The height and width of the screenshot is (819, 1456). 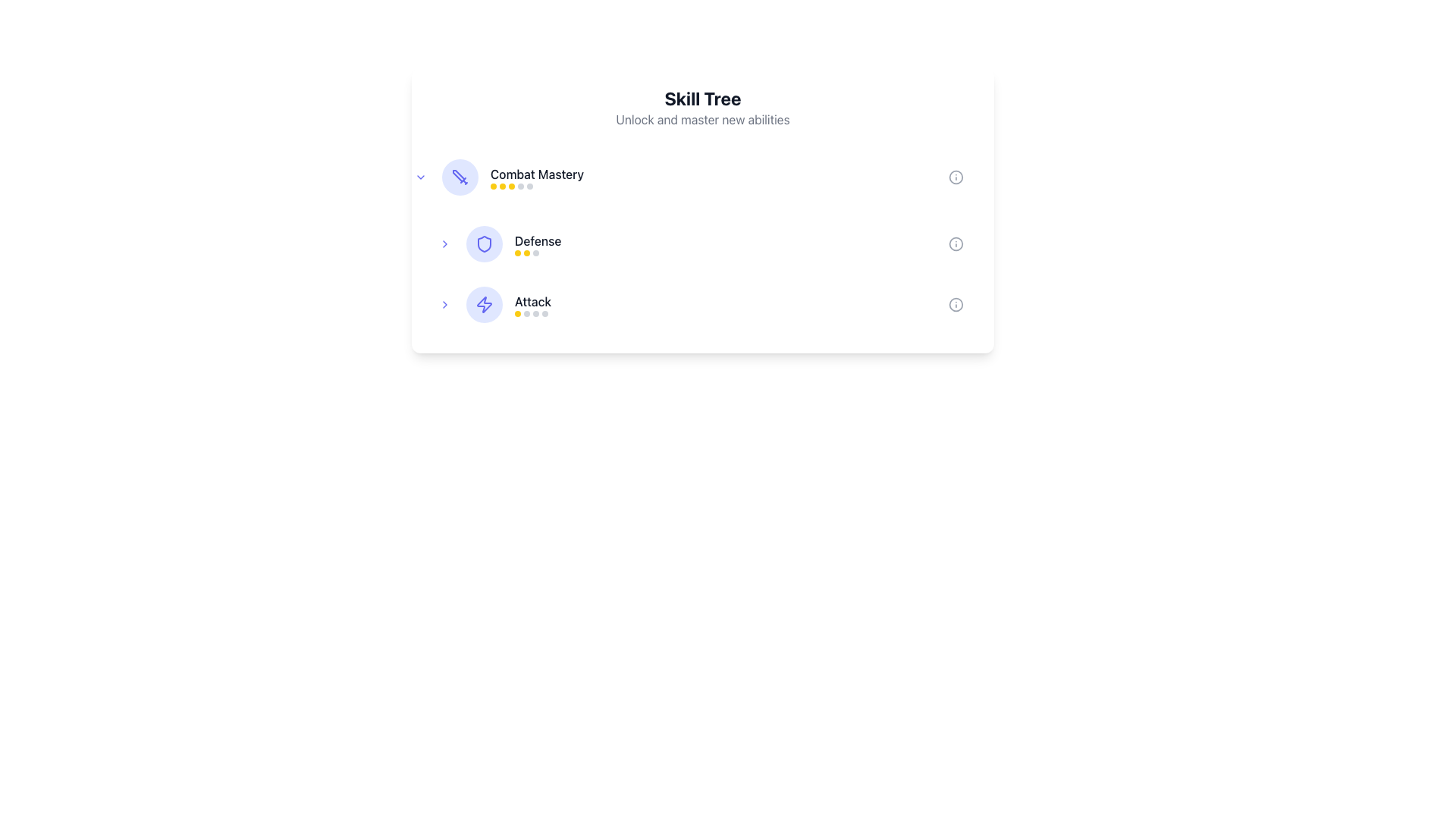 I want to click on the circular button with a light indigo background containing a shield icon, located in the 'Defense' section of the skill tree interface, to the left of the 'Defense' label, so click(x=483, y=243).